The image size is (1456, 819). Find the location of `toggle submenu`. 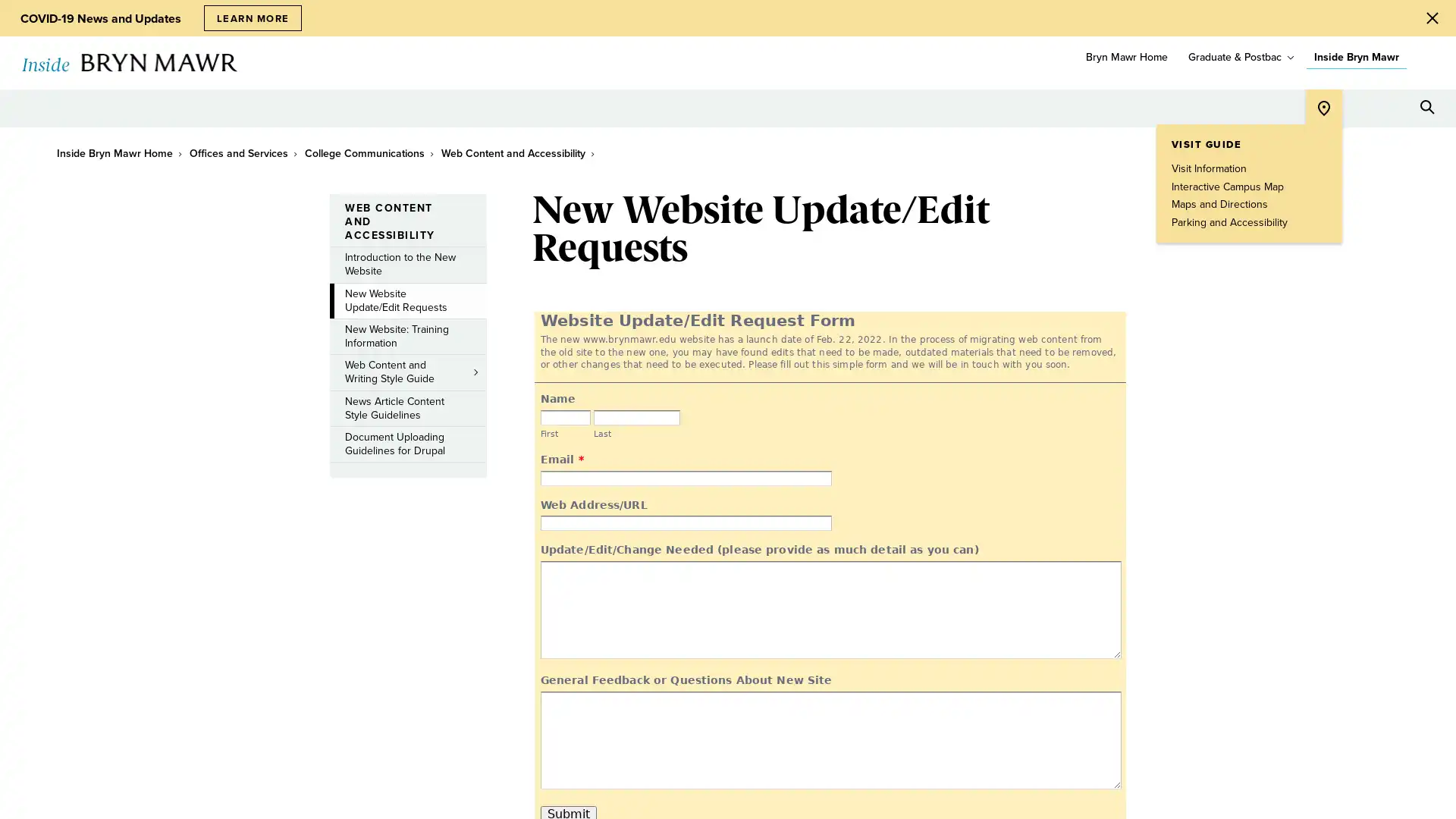

toggle submenu is located at coordinates (680, 99).